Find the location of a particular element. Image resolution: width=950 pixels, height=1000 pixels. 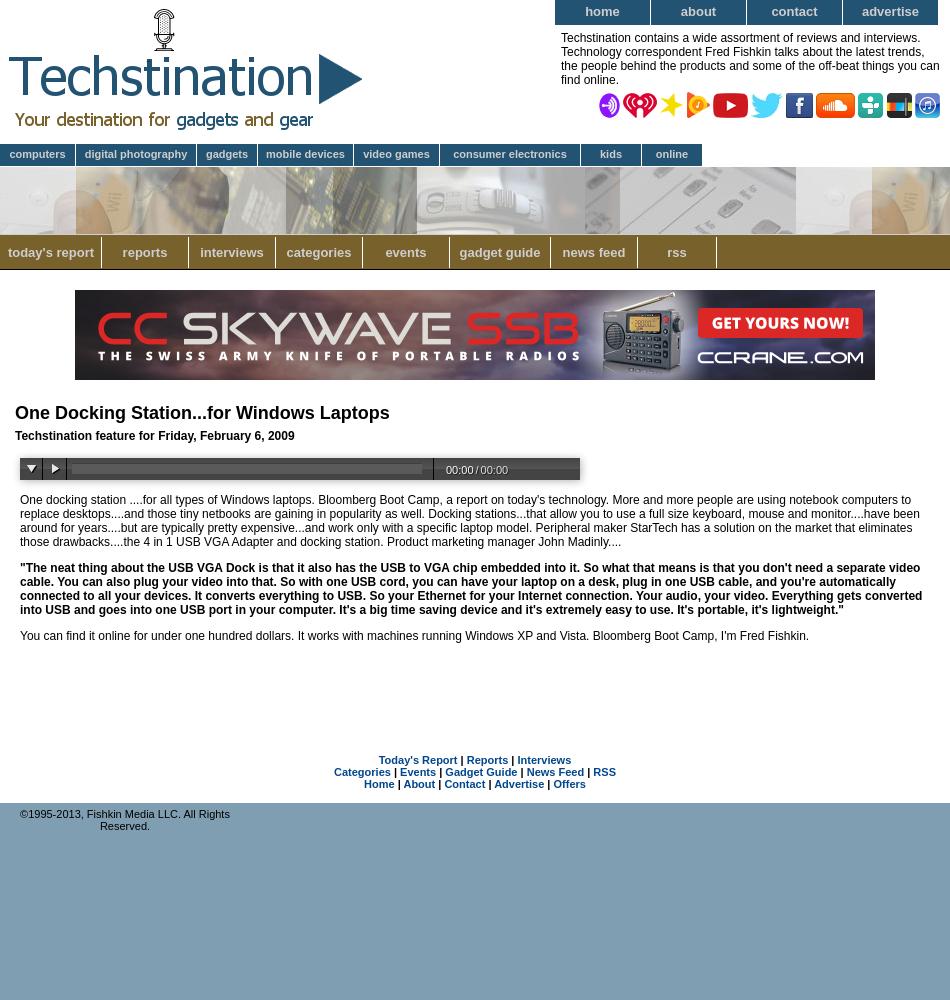

'One Docking Station...for Windows Laptops' is located at coordinates (201, 413).